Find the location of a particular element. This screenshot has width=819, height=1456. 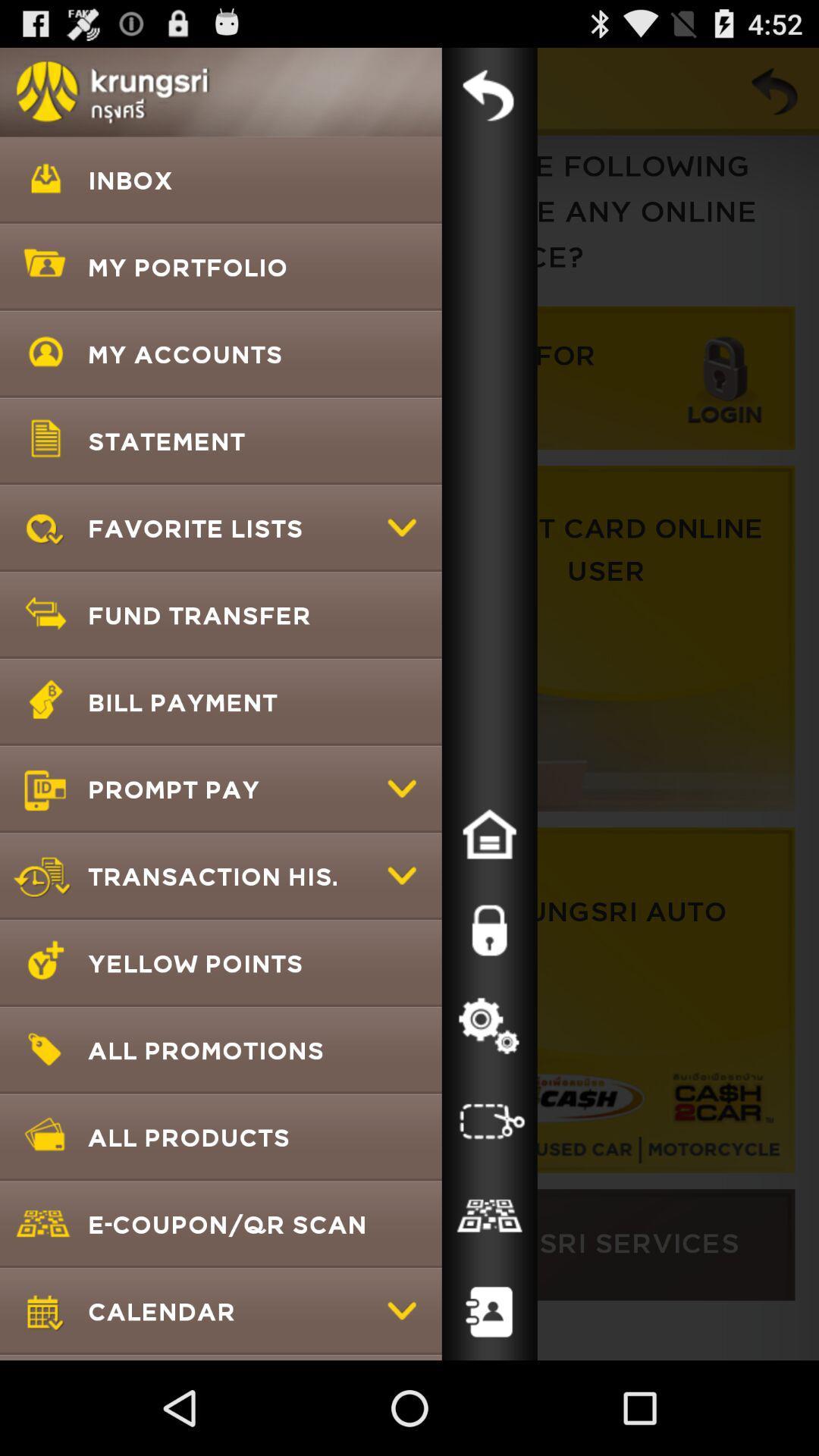

to the e-coupon or qr code option is located at coordinates (489, 1216).